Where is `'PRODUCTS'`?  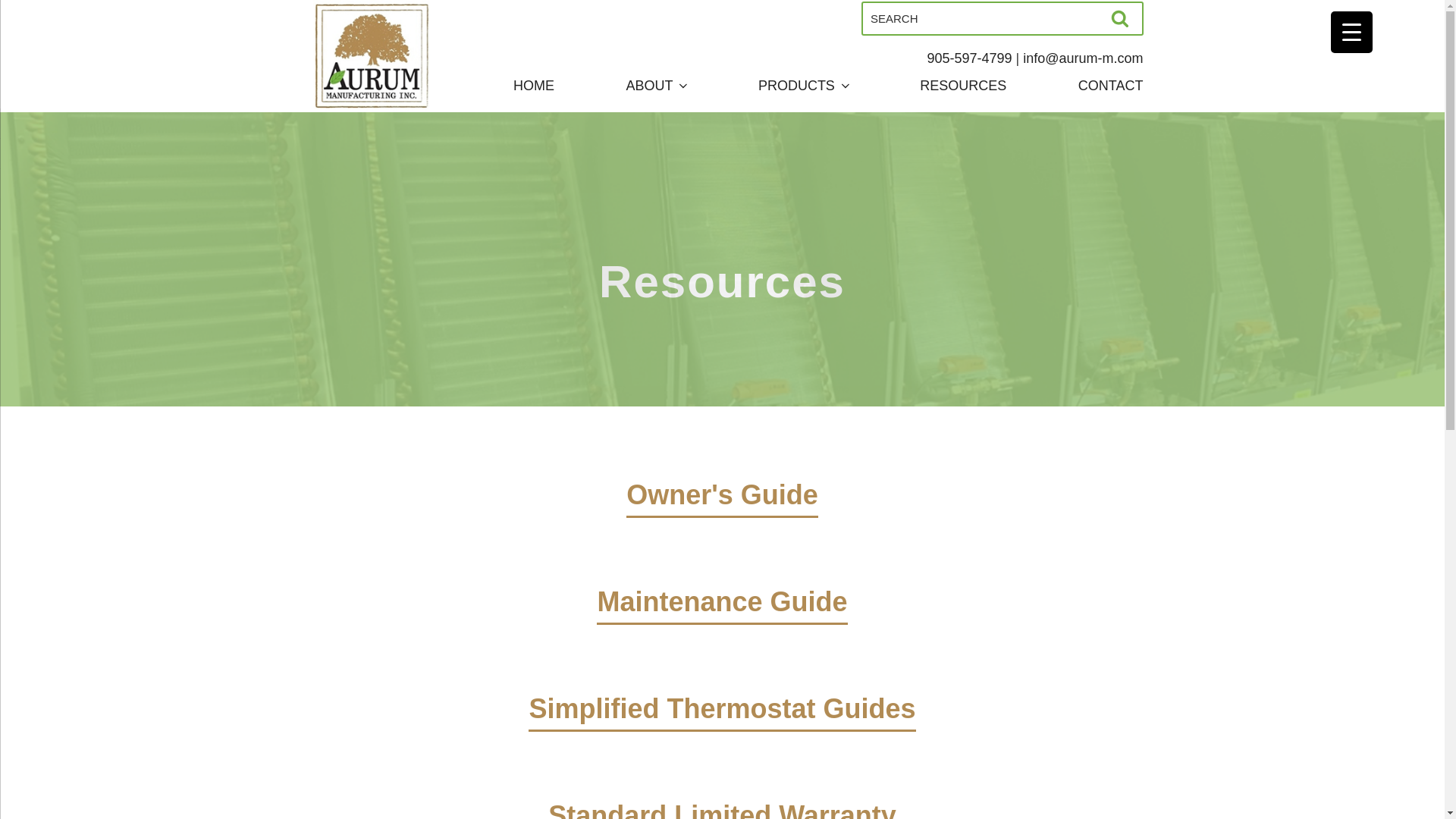
'PRODUCTS' is located at coordinates (802, 86).